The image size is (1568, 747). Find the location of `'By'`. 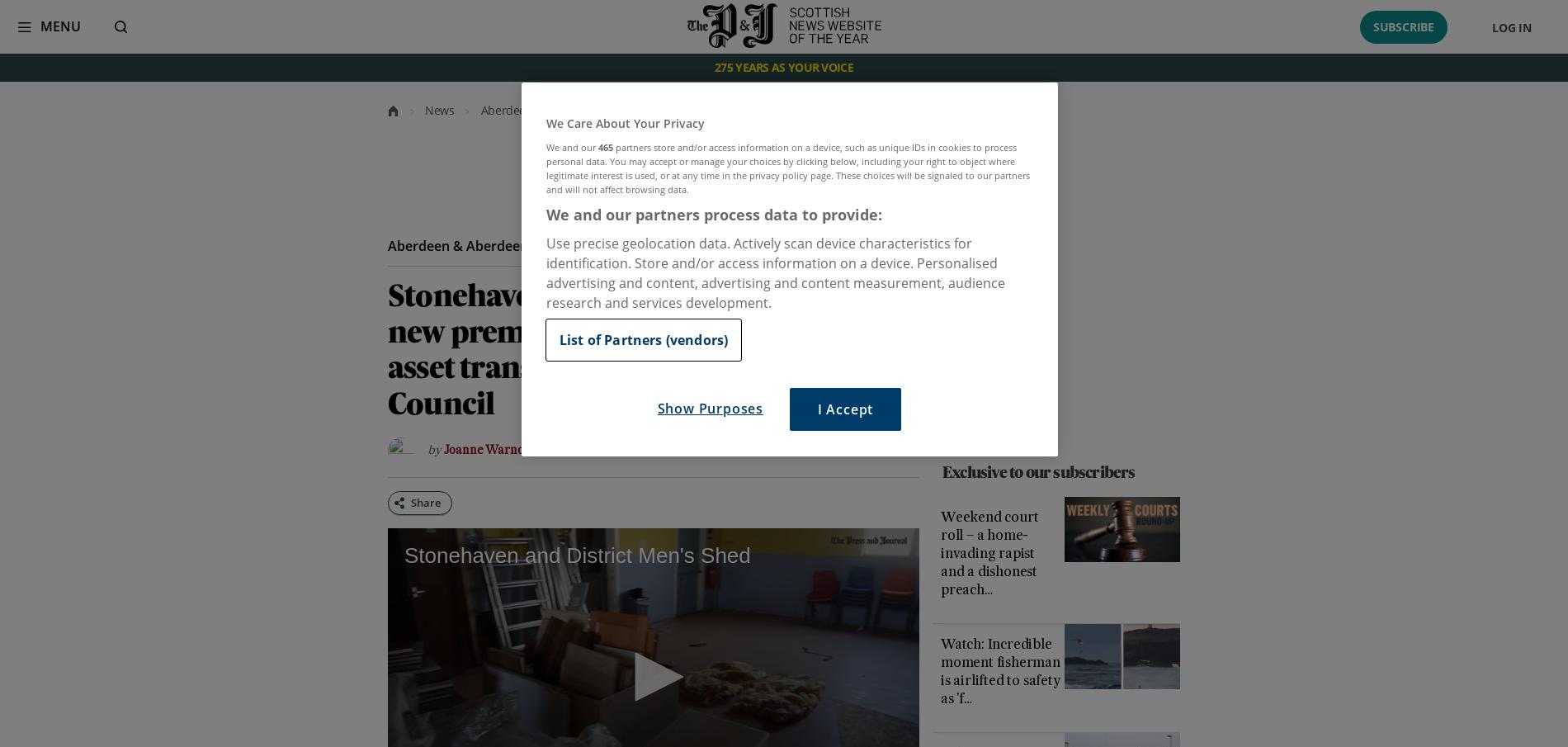

'By' is located at coordinates (433, 448).